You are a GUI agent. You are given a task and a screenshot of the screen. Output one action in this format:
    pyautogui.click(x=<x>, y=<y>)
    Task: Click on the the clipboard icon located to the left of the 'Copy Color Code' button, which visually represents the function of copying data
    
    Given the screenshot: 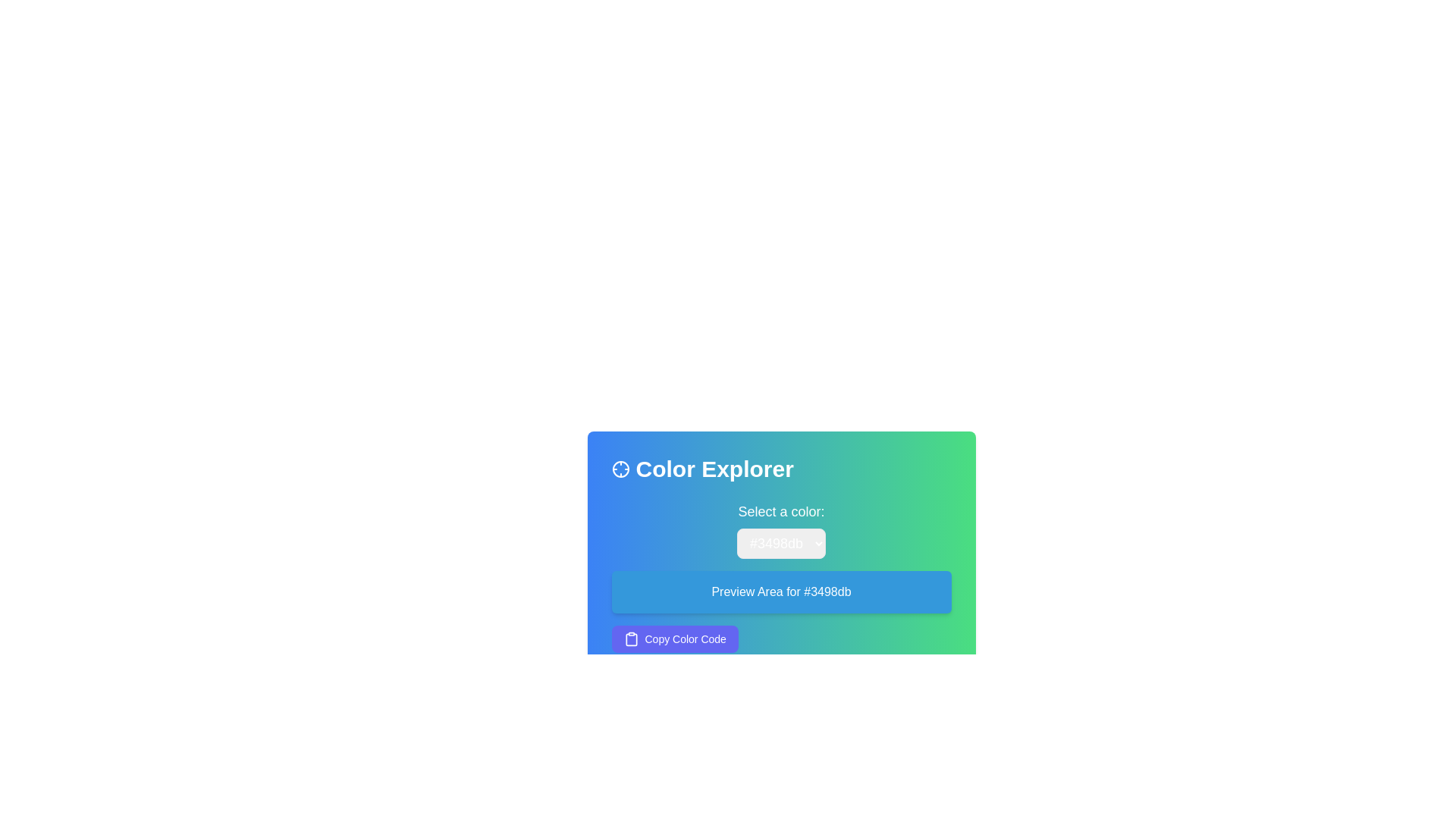 What is the action you would take?
    pyautogui.click(x=631, y=639)
    